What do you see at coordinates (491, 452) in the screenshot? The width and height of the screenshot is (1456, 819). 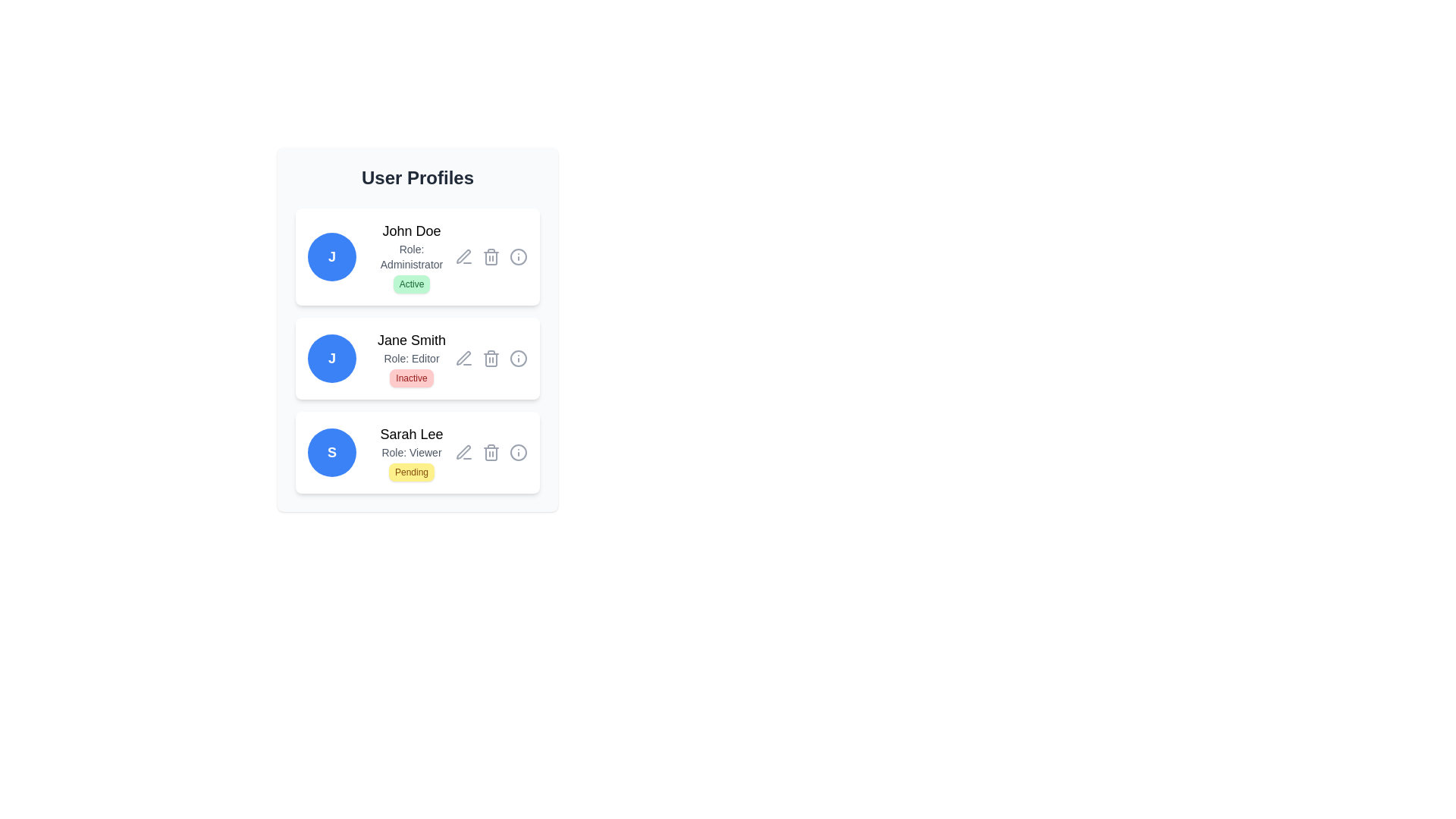 I see `the trash can icon button, which is the third icon in the horizontal action button group next to user roles` at bounding box center [491, 452].